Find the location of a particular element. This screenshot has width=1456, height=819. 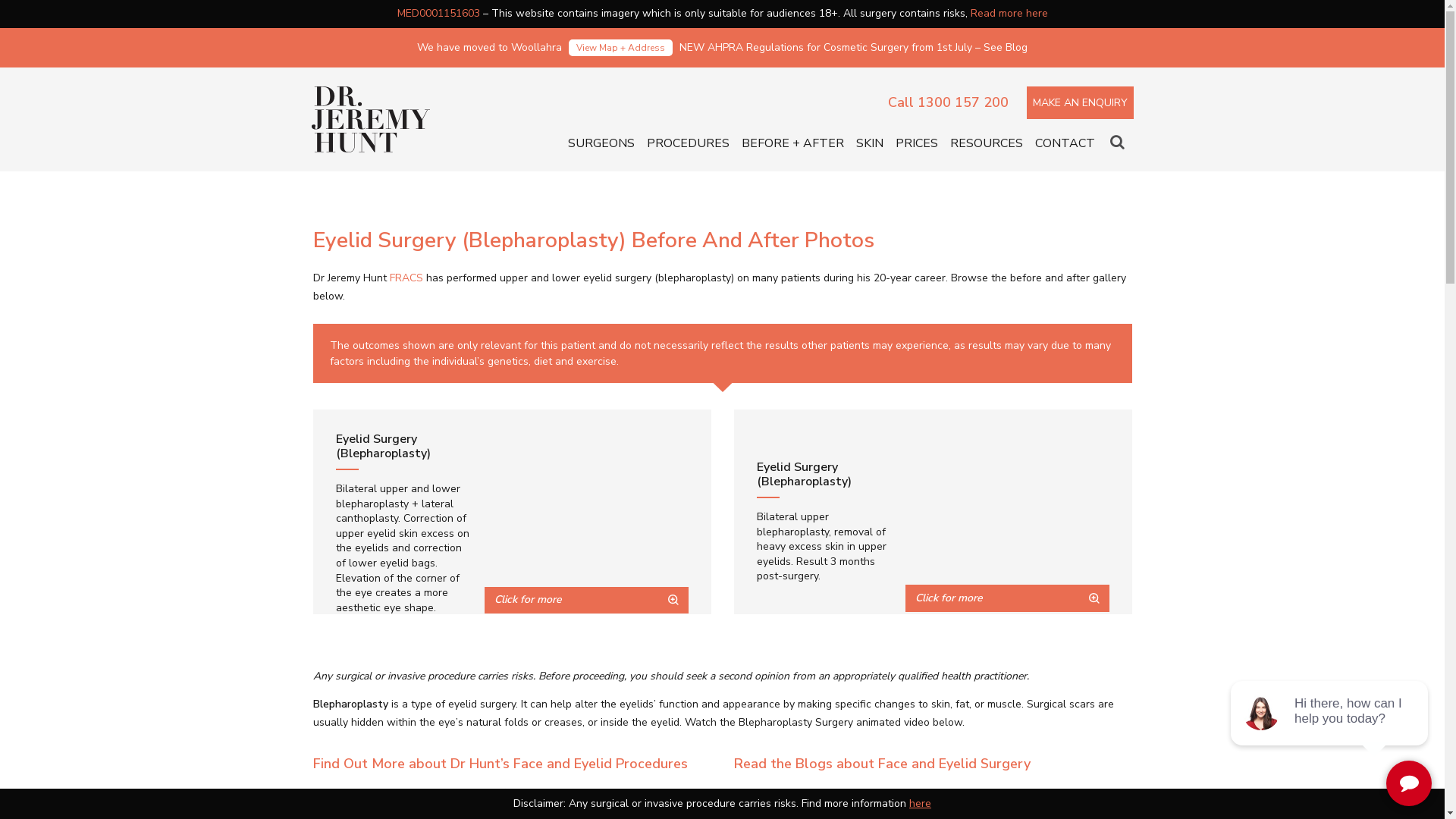

'here' is located at coordinates (919, 802).